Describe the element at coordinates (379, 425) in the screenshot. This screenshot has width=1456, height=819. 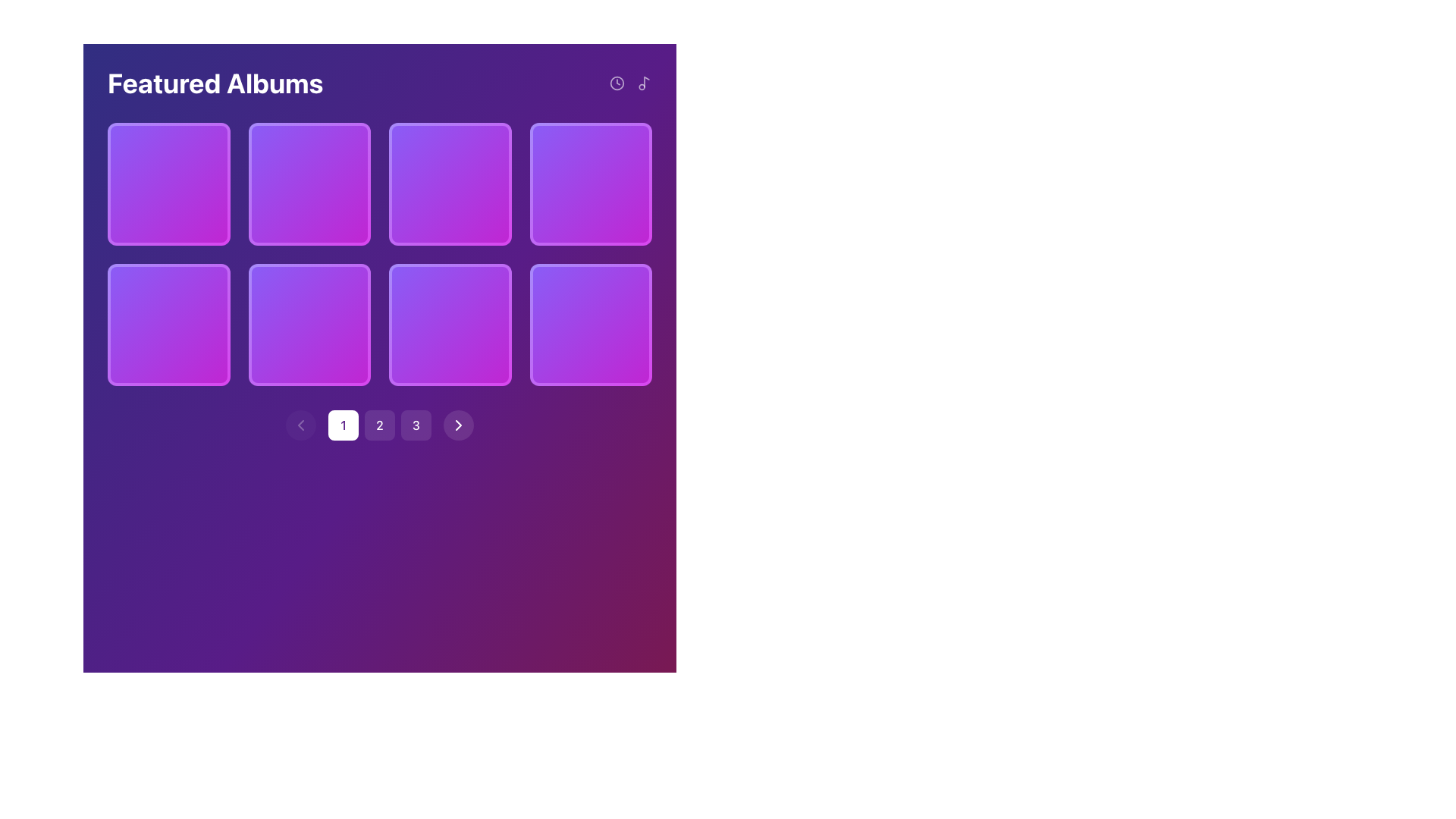
I see `the circular button icon with a white number '2' centered in a purple background, located in the pagination bar below the album grid` at that location.